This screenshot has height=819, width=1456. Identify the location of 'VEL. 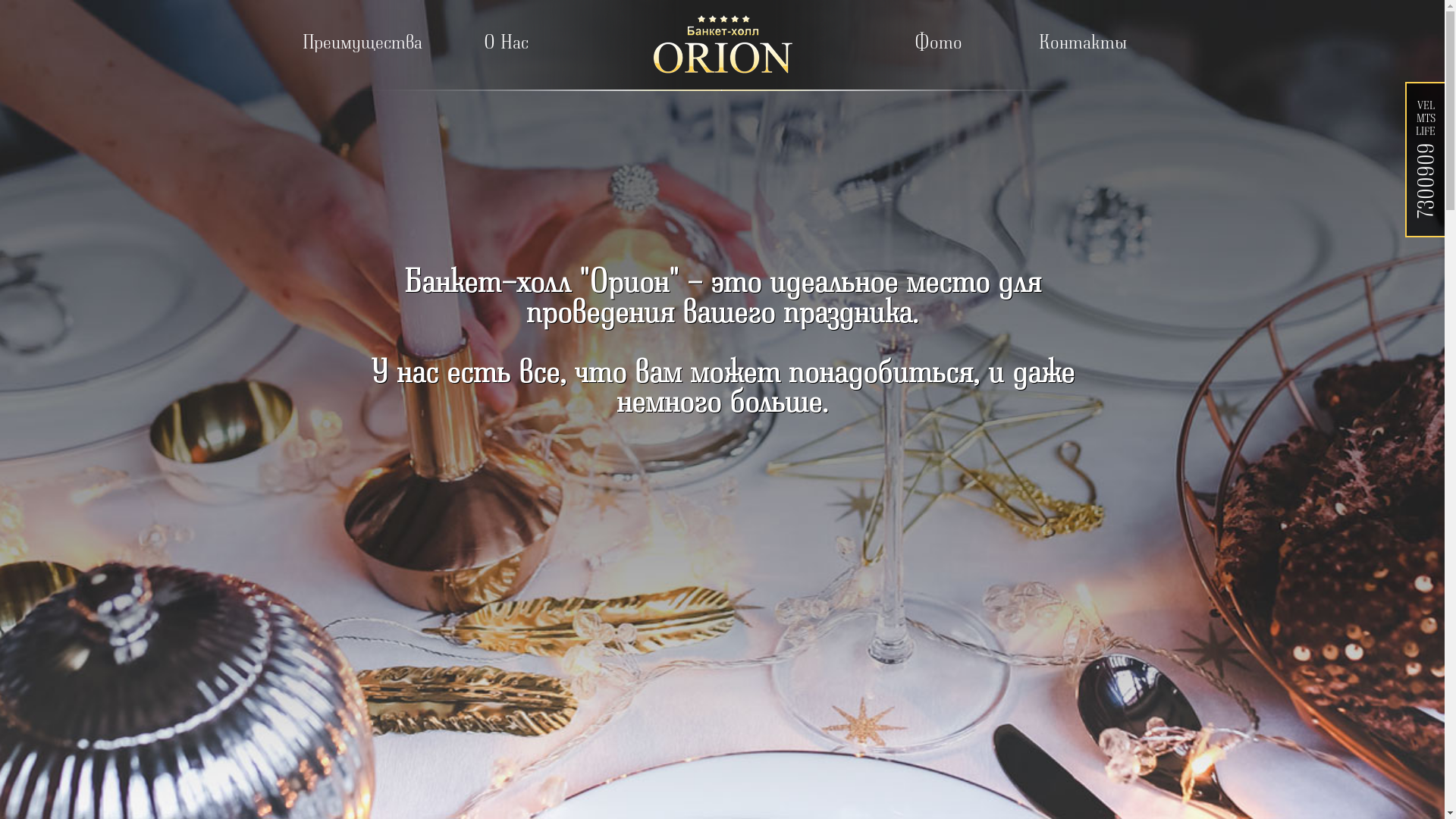
(1425, 155).